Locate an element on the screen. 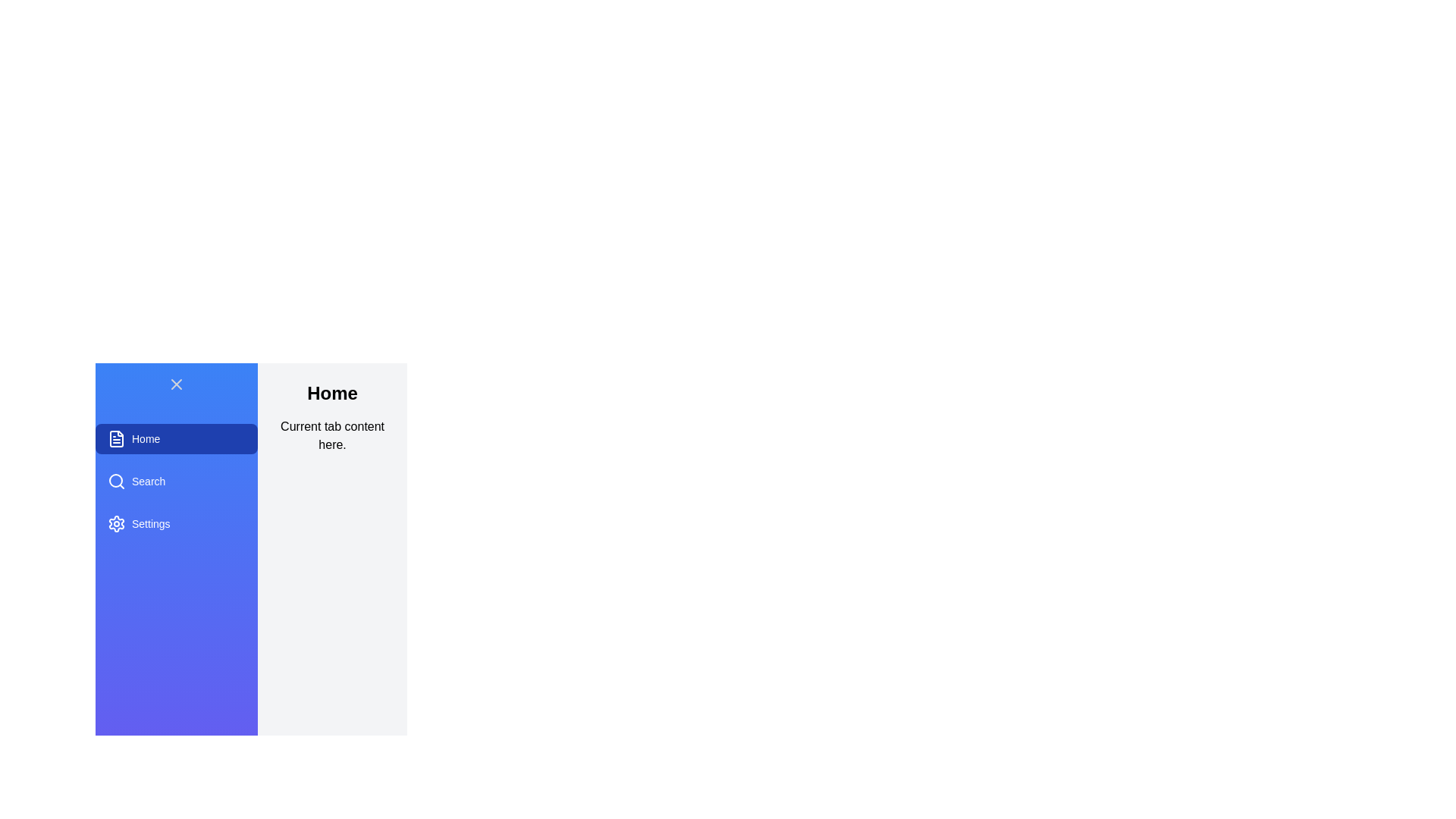 The image size is (1456, 819). the Search tab from the list is located at coordinates (177, 482).